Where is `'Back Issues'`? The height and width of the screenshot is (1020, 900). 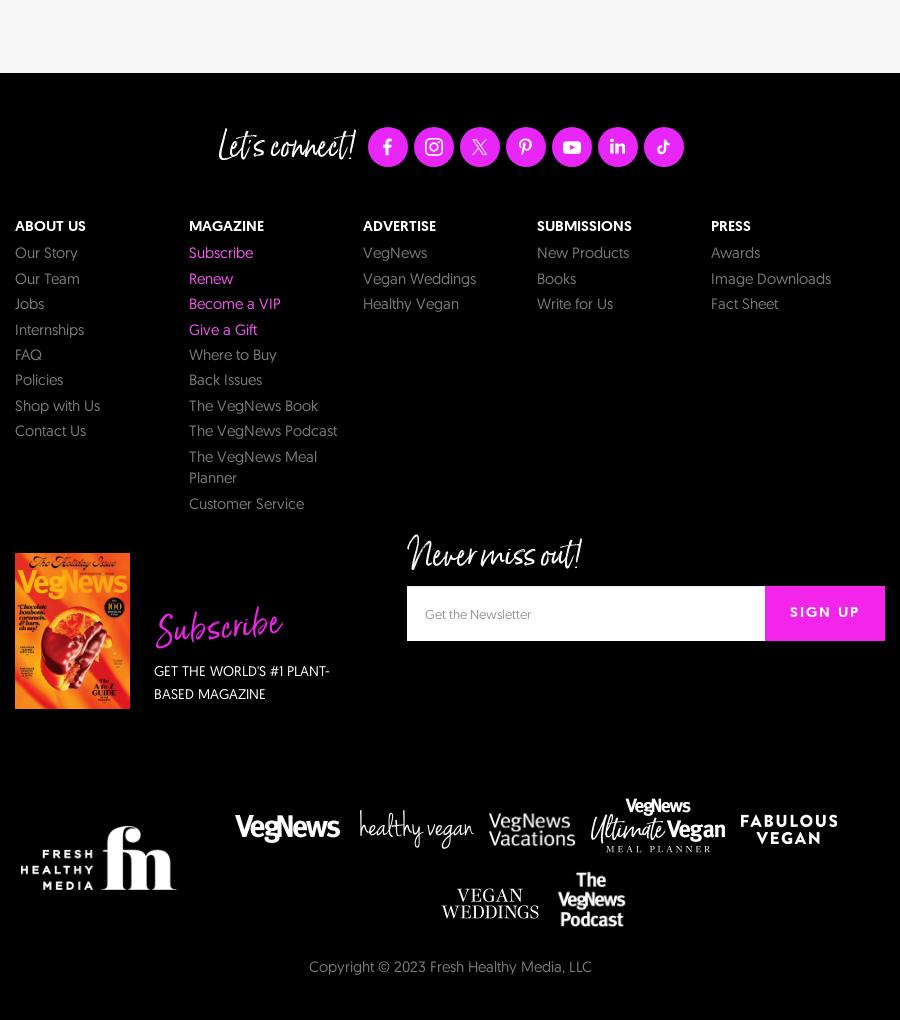
'Back Issues' is located at coordinates (225, 378).